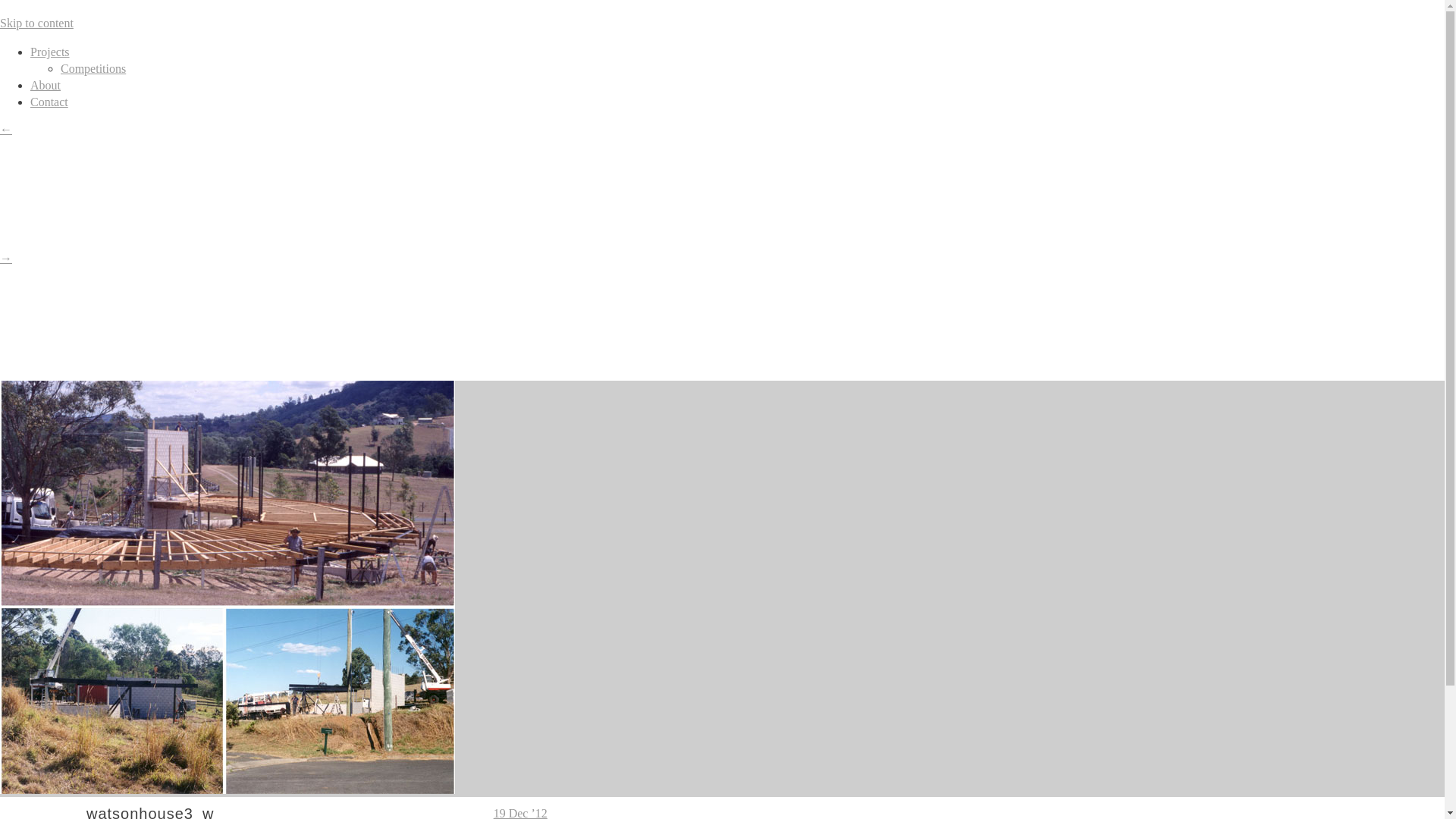  Describe the element at coordinates (45, 85) in the screenshot. I see `'About'` at that location.